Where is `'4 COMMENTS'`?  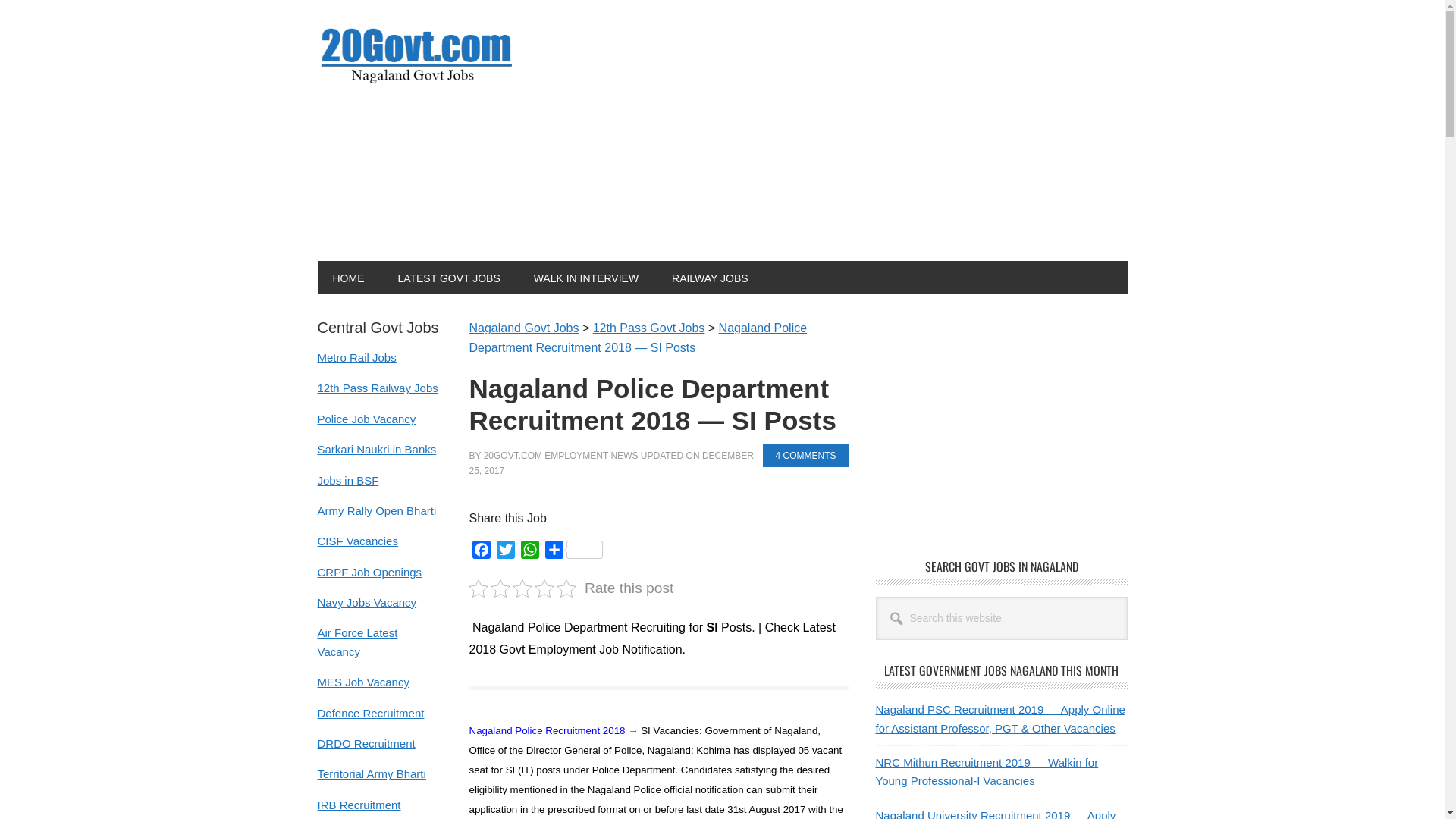
'4 COMMENTS' is located at coordinates (804, 455).